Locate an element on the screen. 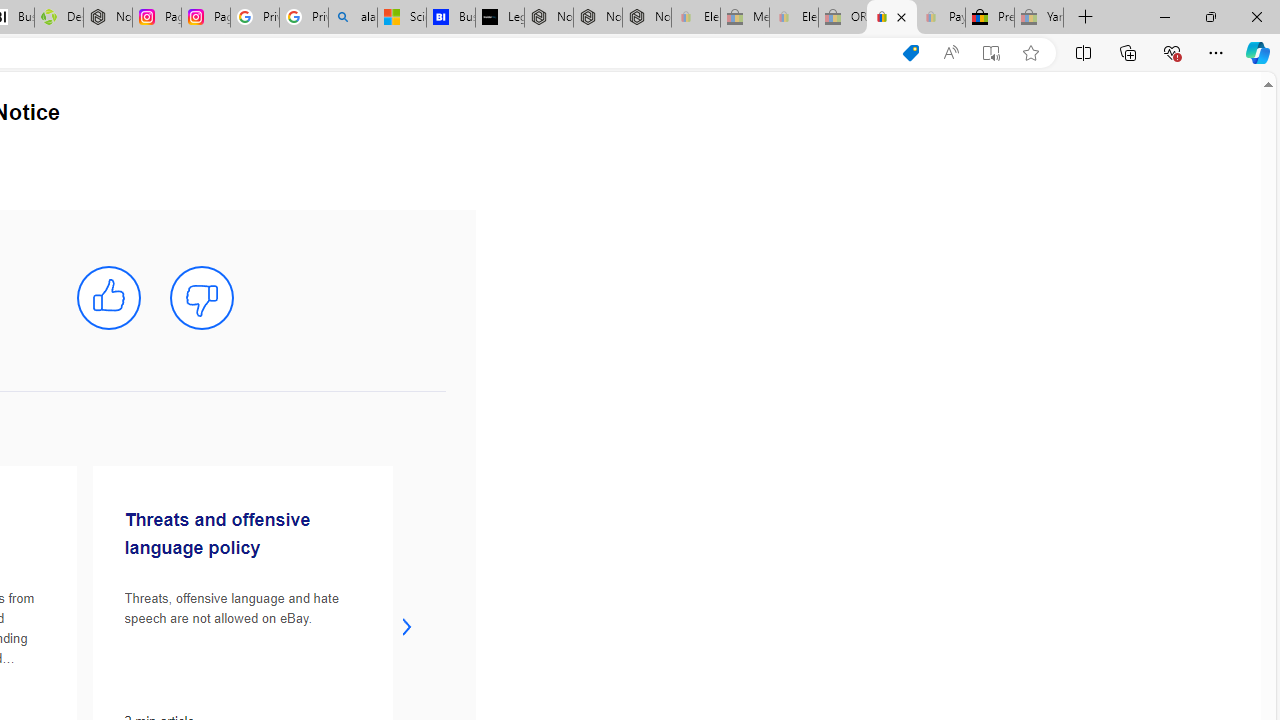 The height and width of the screenshot is (720, 1280). 'Press Room - eBay Inc.' is located at coordinates (990, 17).